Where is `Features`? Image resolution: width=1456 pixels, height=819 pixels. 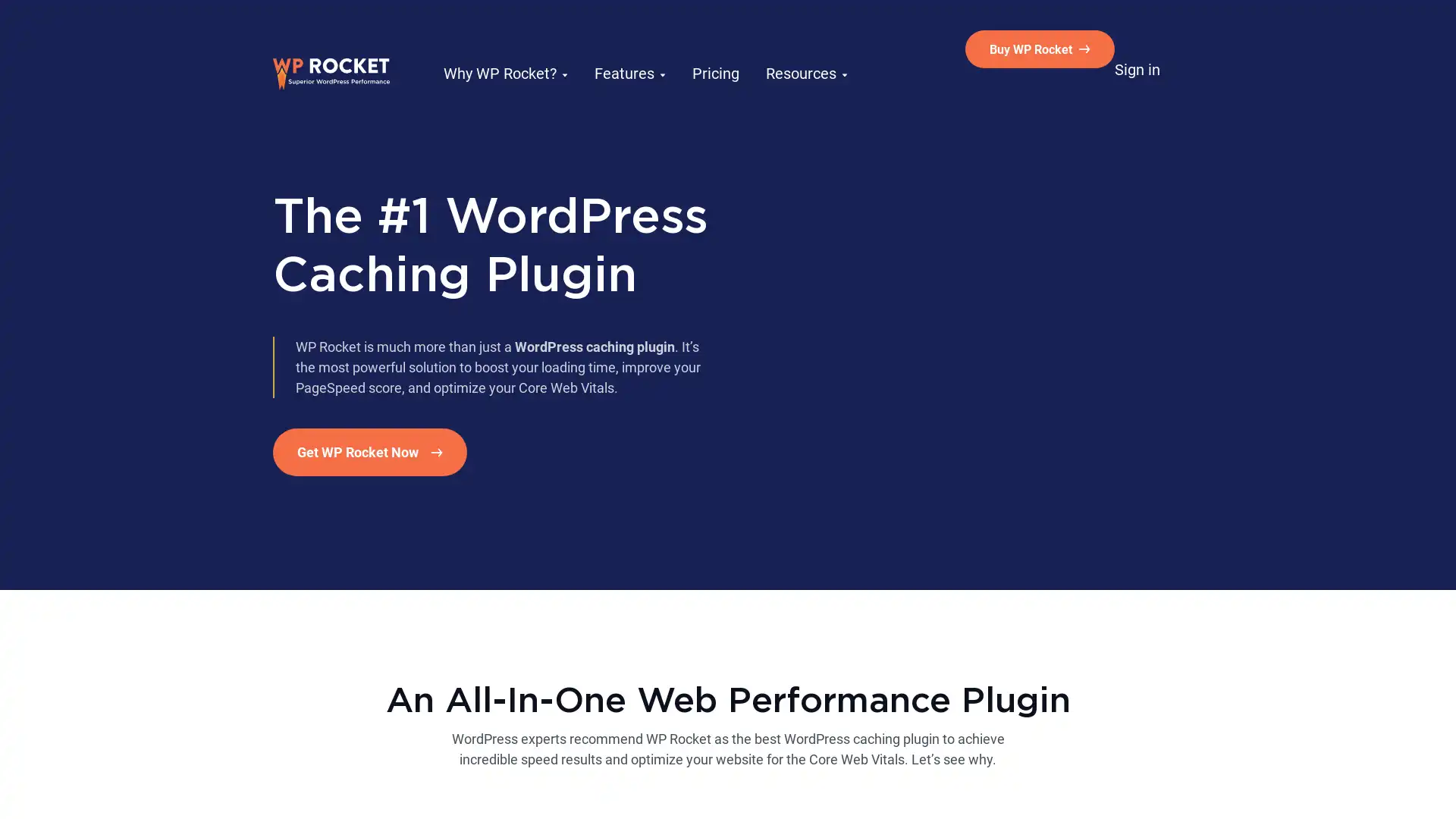 Features is located at coordinates (615, 49).